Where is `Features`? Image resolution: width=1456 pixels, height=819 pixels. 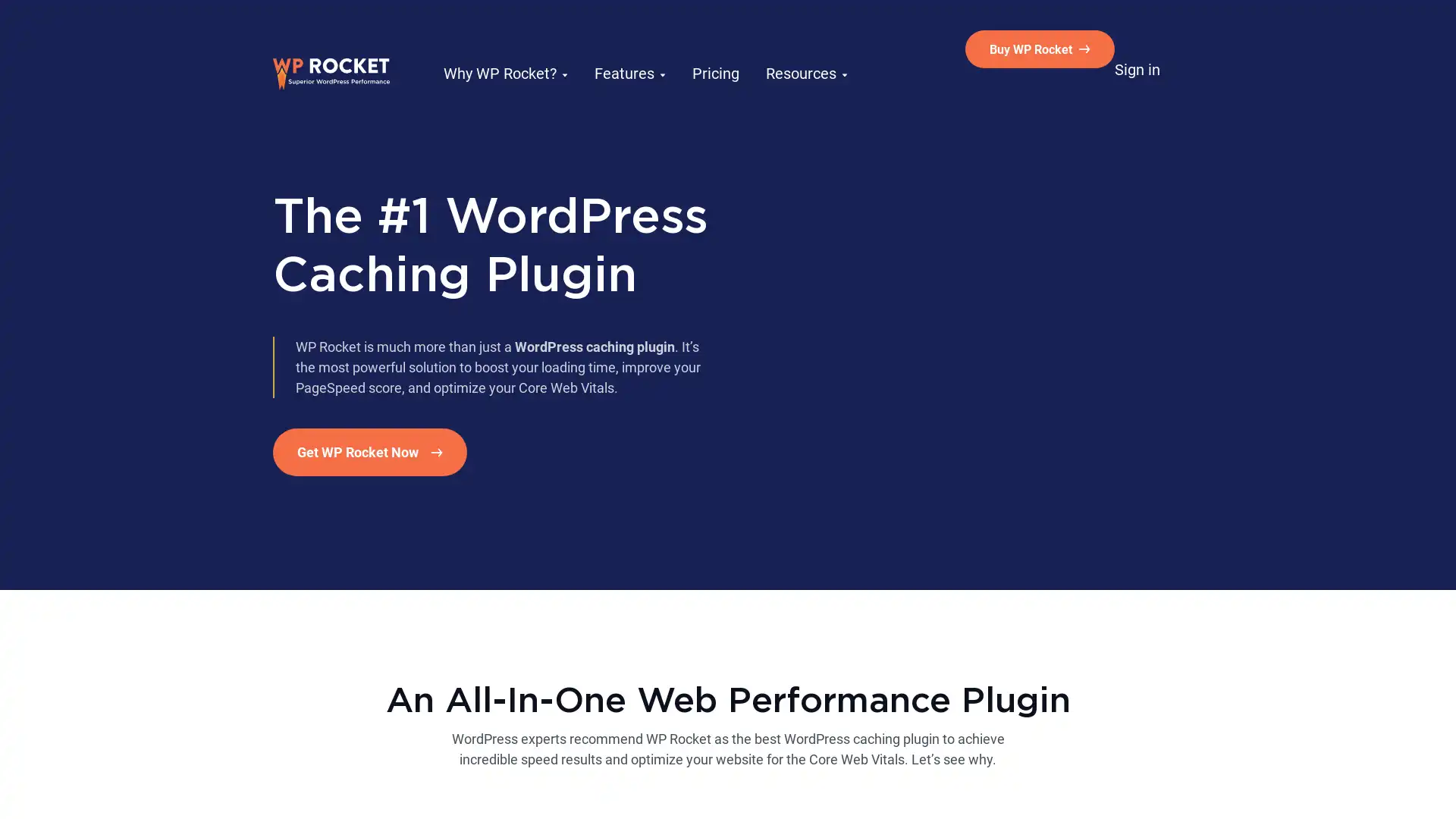 Features is located at coordinates (615, 49).